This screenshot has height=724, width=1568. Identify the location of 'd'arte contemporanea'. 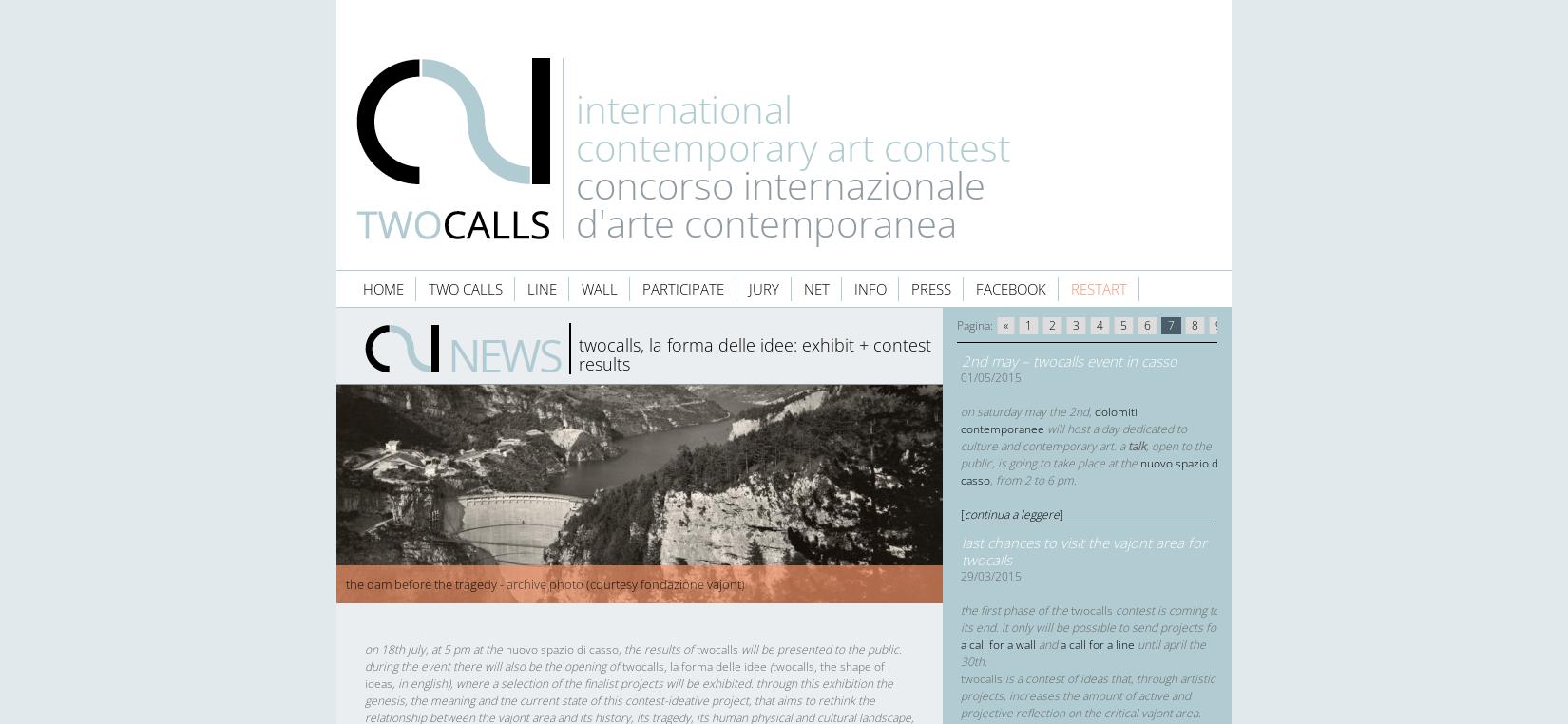
(575, 222).